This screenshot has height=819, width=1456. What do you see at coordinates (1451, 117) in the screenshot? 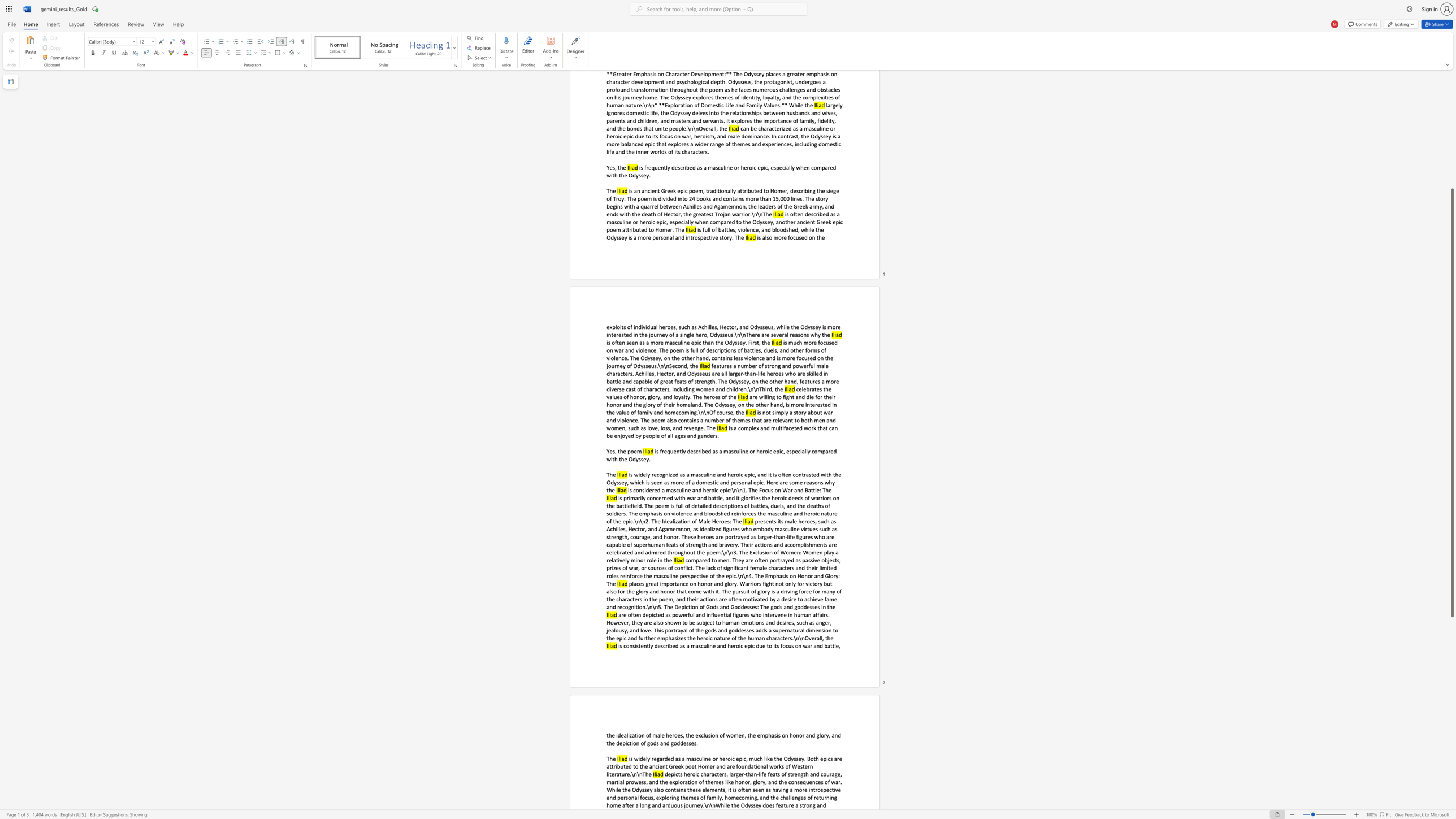
I see `the scrollbar to scroll upward` at bounding box center [1451, 117].